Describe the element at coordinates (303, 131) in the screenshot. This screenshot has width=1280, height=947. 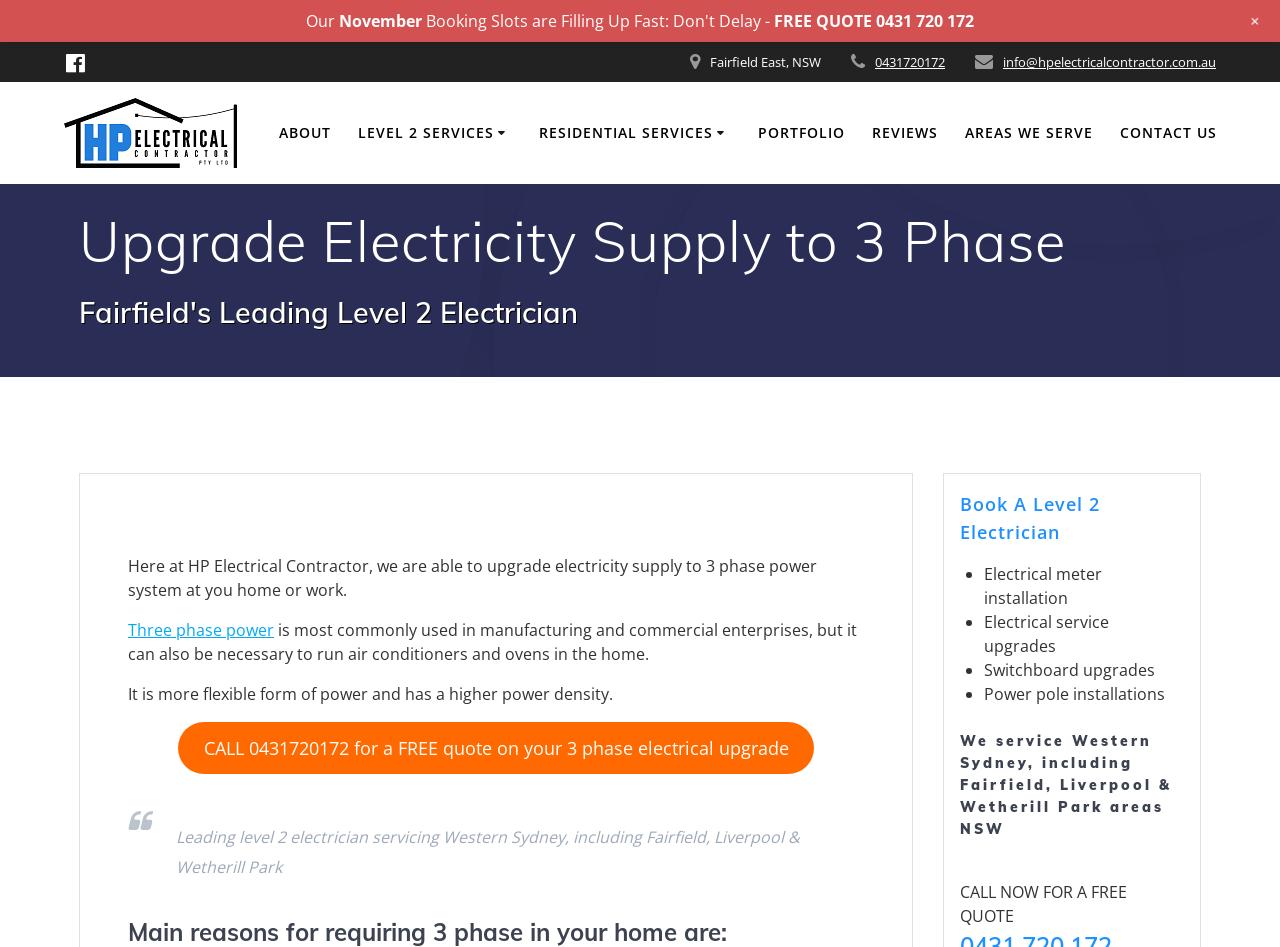
I see `'About'` at that location.